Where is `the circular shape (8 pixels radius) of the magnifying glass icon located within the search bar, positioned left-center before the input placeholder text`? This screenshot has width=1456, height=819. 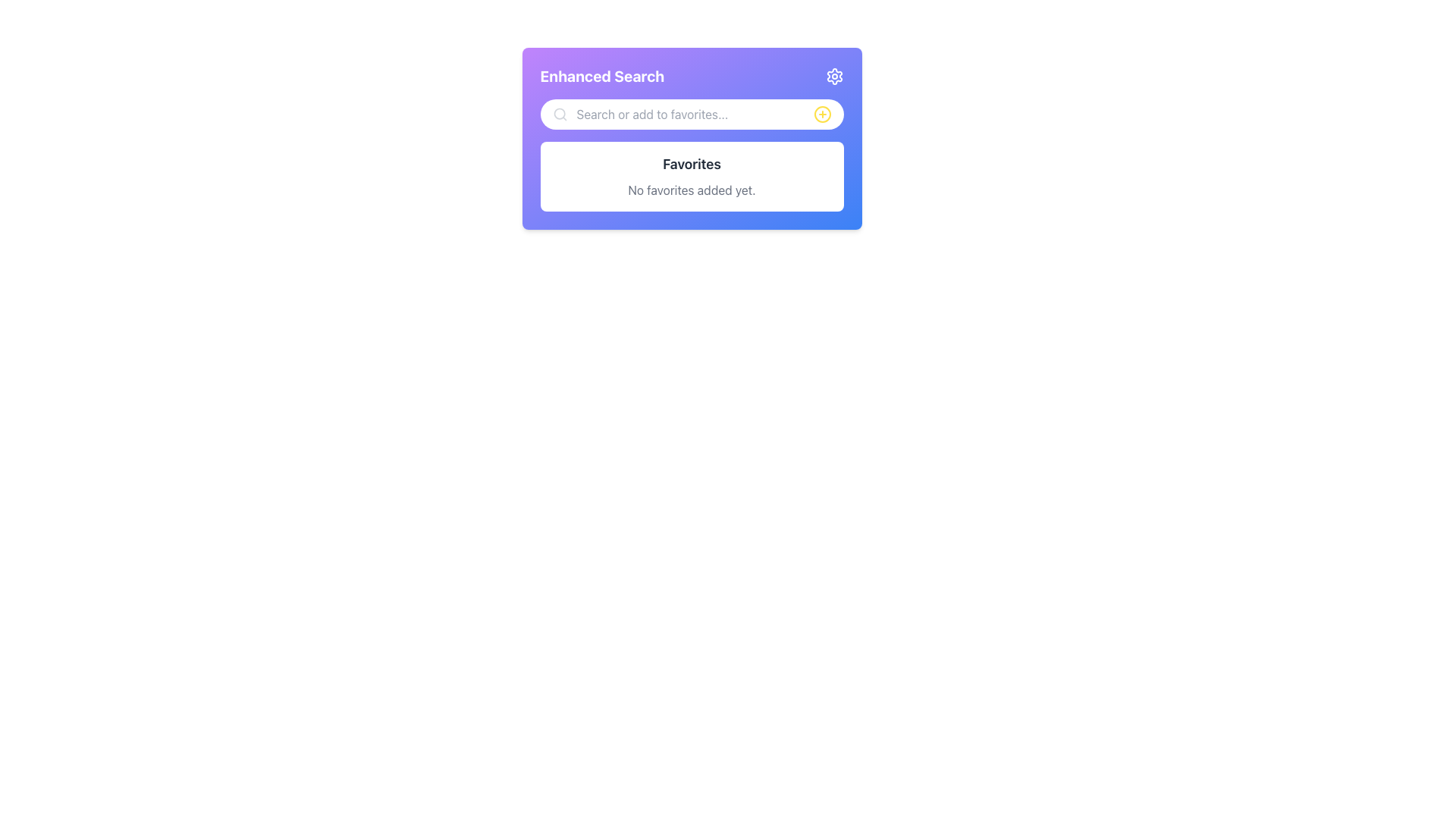 the circular shape (8 pixels radius) of the magnifying glass icon located within the search bar, positioned left-center before the input placeholder text is located at coordinates (558, 113).